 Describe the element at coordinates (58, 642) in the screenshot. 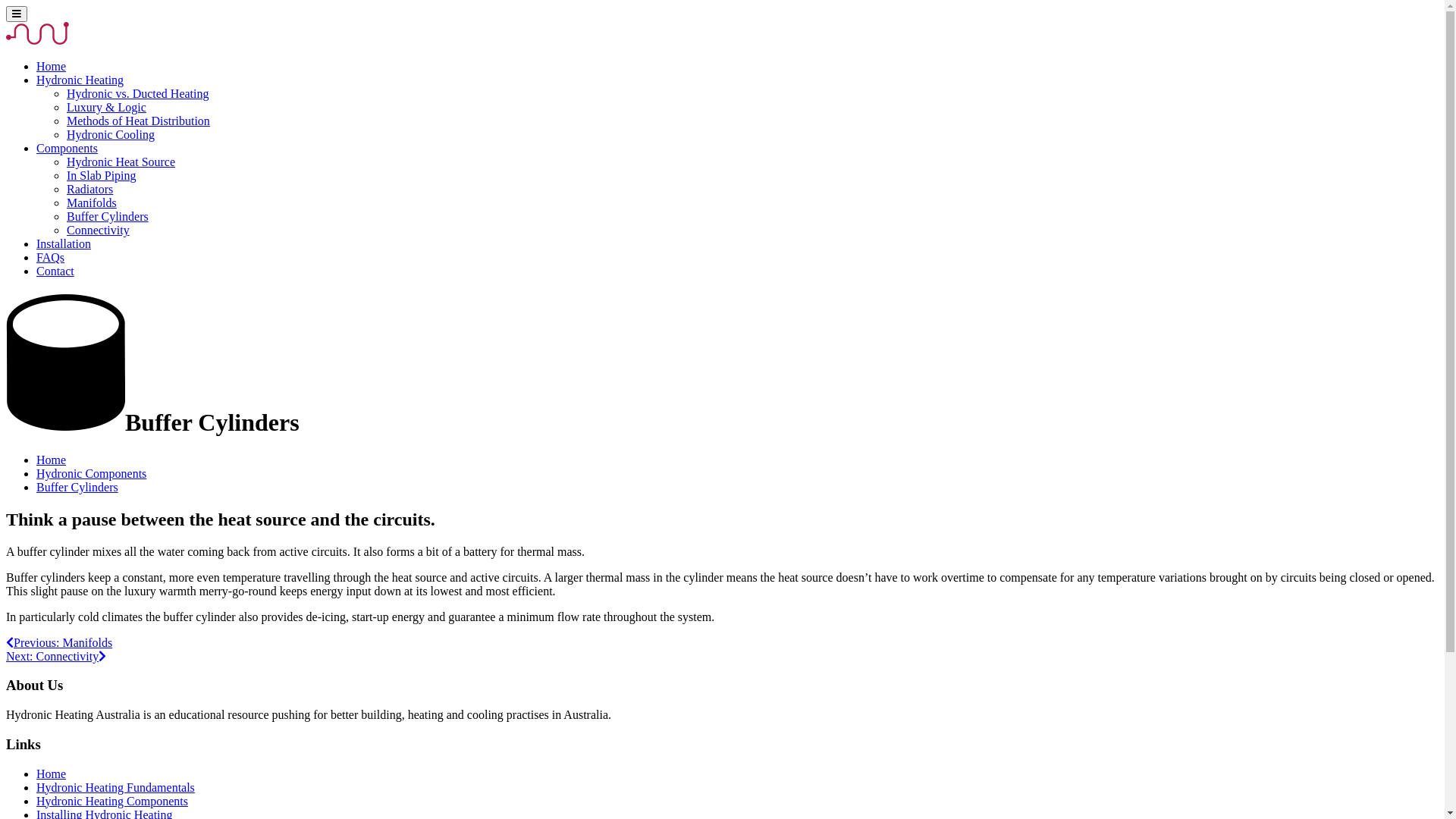

I see `'Previous: Manifolds'` at that location.